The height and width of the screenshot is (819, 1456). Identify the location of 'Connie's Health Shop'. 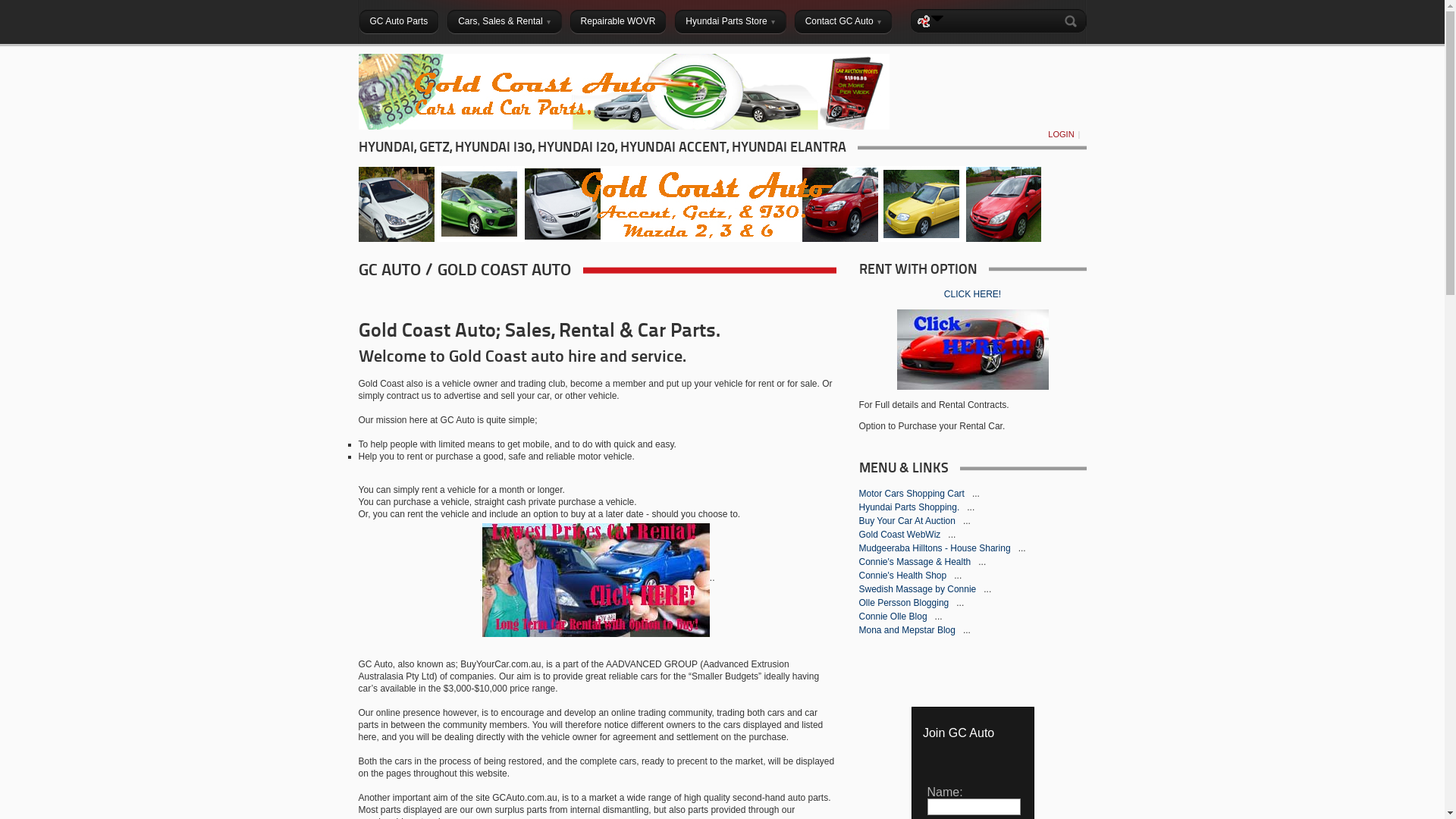
(903, 576).